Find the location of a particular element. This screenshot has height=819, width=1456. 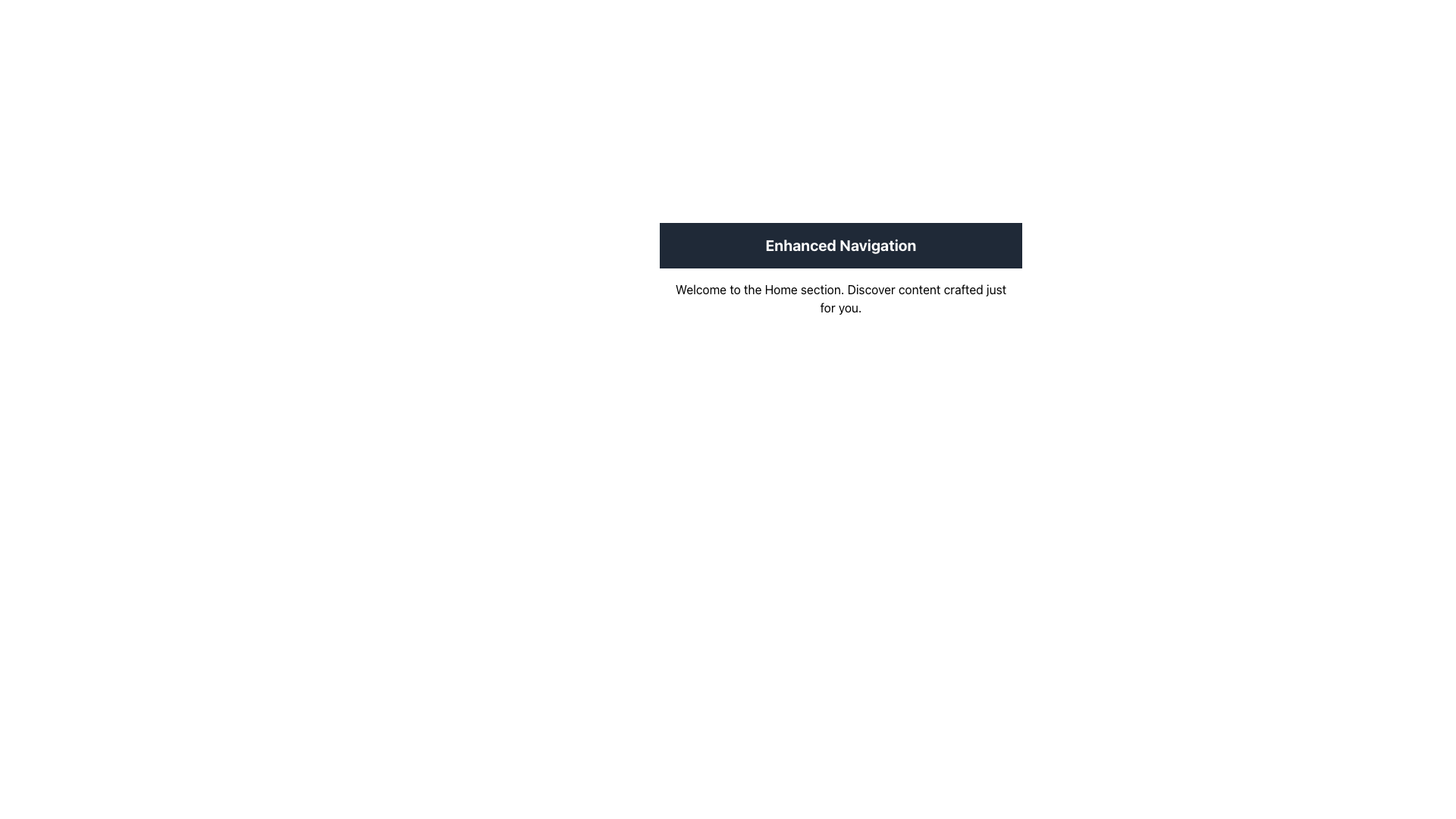

the Textual Information Block containing the header 'Enhanced Navigation' and the body text 'Welcome to the Home section.' is located at coordinates (839, 275).